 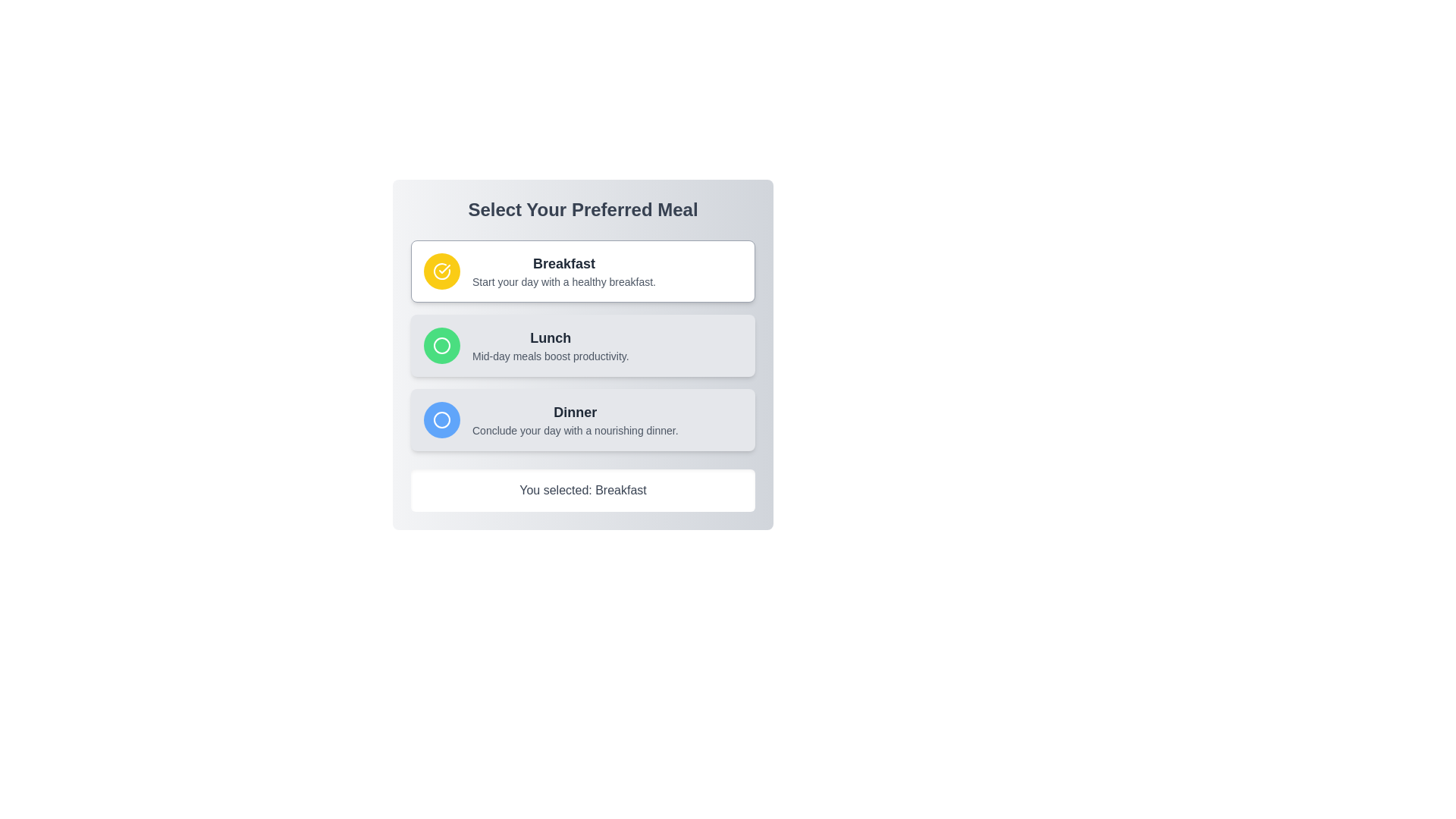 What do you see at coordinates (582, 345) in the screenshot?
I see `the 'Lunch' selectable option with a green circular icon and accompanying text` at bounding box center [582, 345].